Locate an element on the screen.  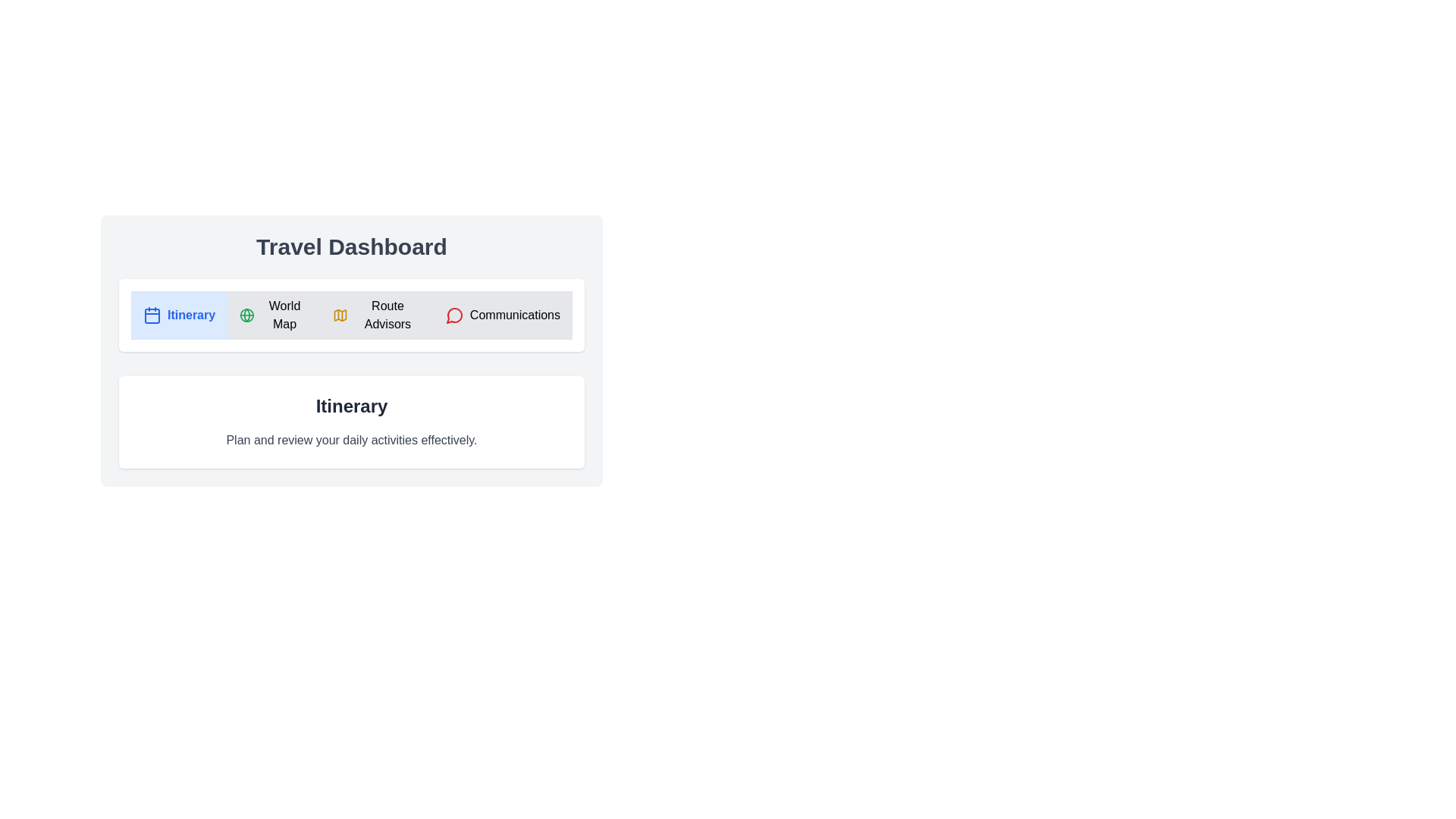
the tab titled Itinerary to switch to it is located at coordinates (178, 315).